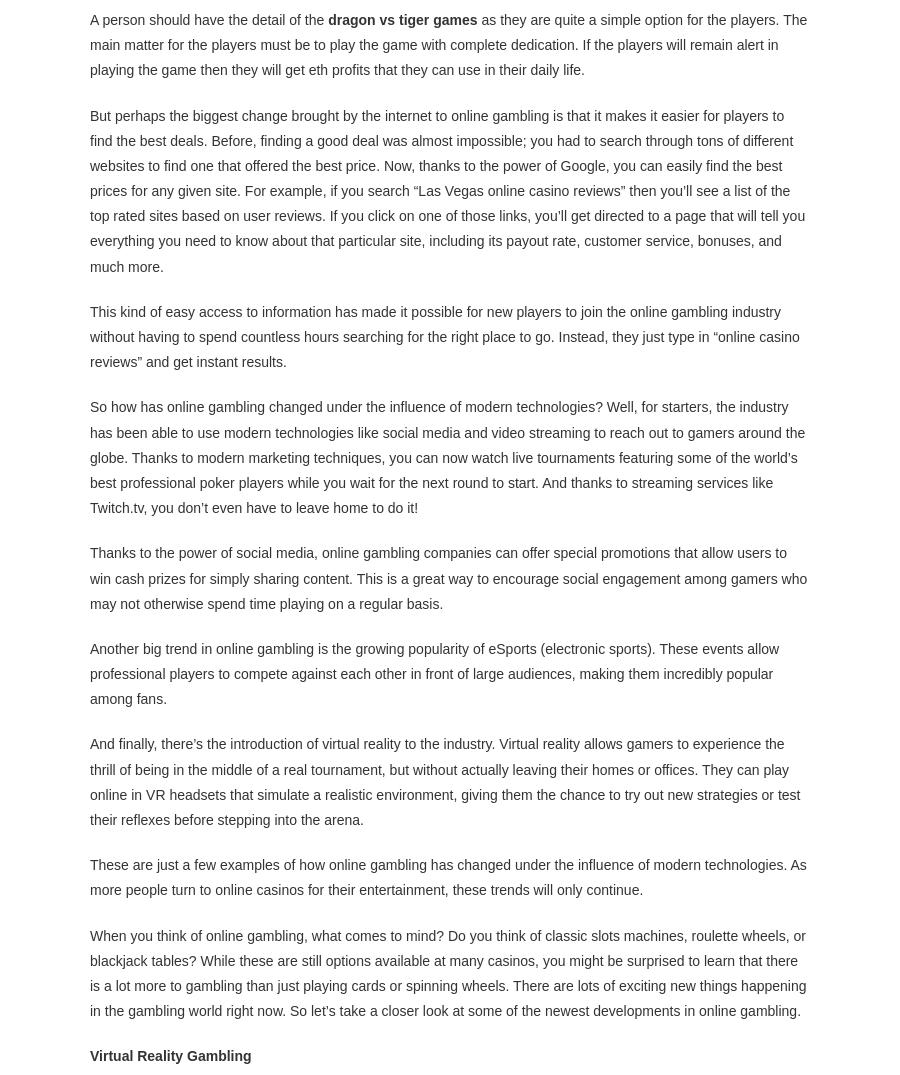 The image size is (900, 1075). Describe the element at coordinates (448, 972) in the screenshot. I see `'When you think of online gambling, what comes to mind? Do you think of classic slots machines, roulette wheels, or blackjack tables? While these are still options available at many casinos, you might be surprised to learn that there is a lot more to gambling than just playing cards or spinning wheels. There are lots of exciting new things happening in the gambling world right now. So let’s take a closer look at some of the newest developments in online gambling.'` at that location.